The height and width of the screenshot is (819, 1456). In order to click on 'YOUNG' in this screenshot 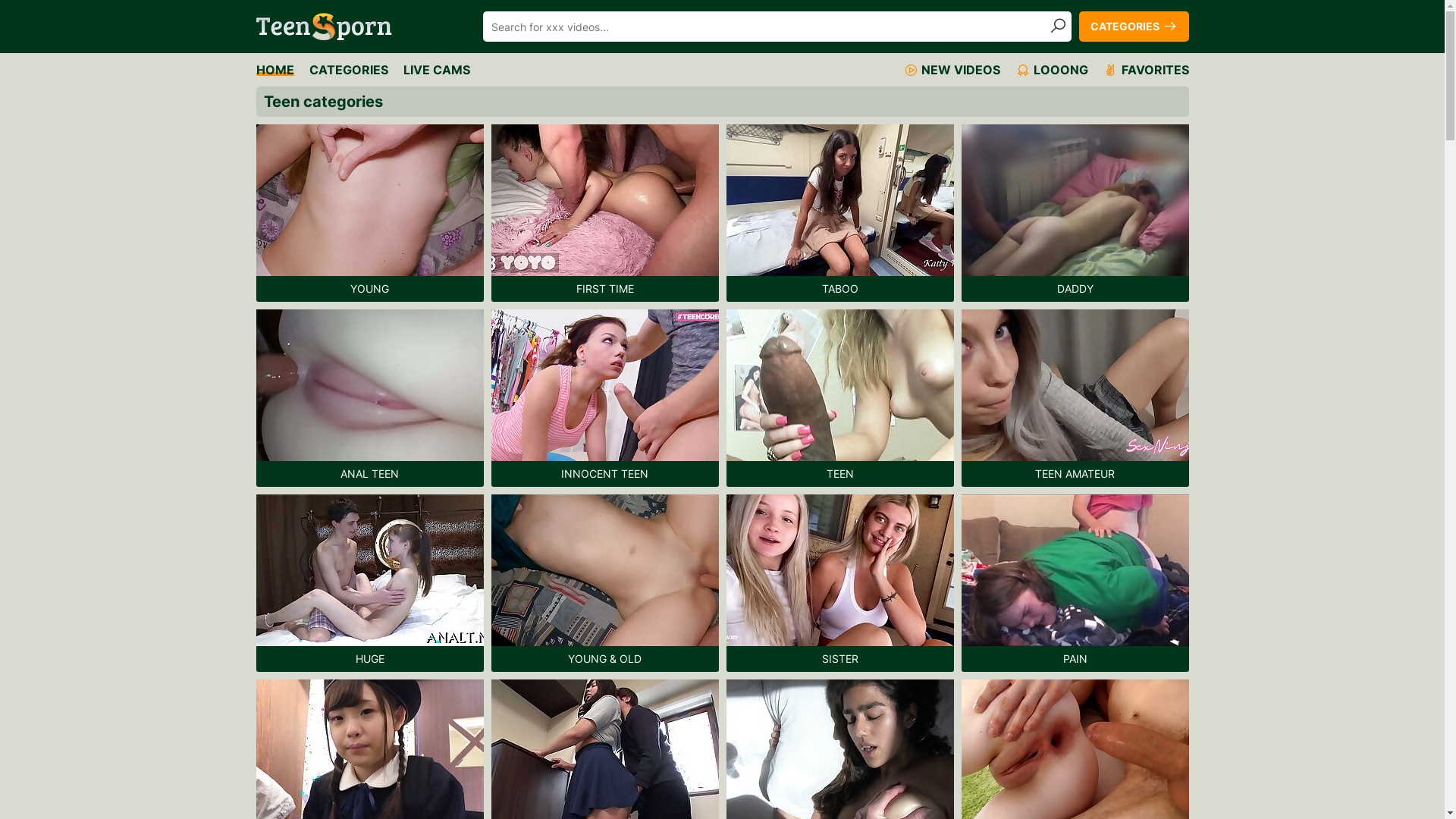, I will do `click(370, 213)`.